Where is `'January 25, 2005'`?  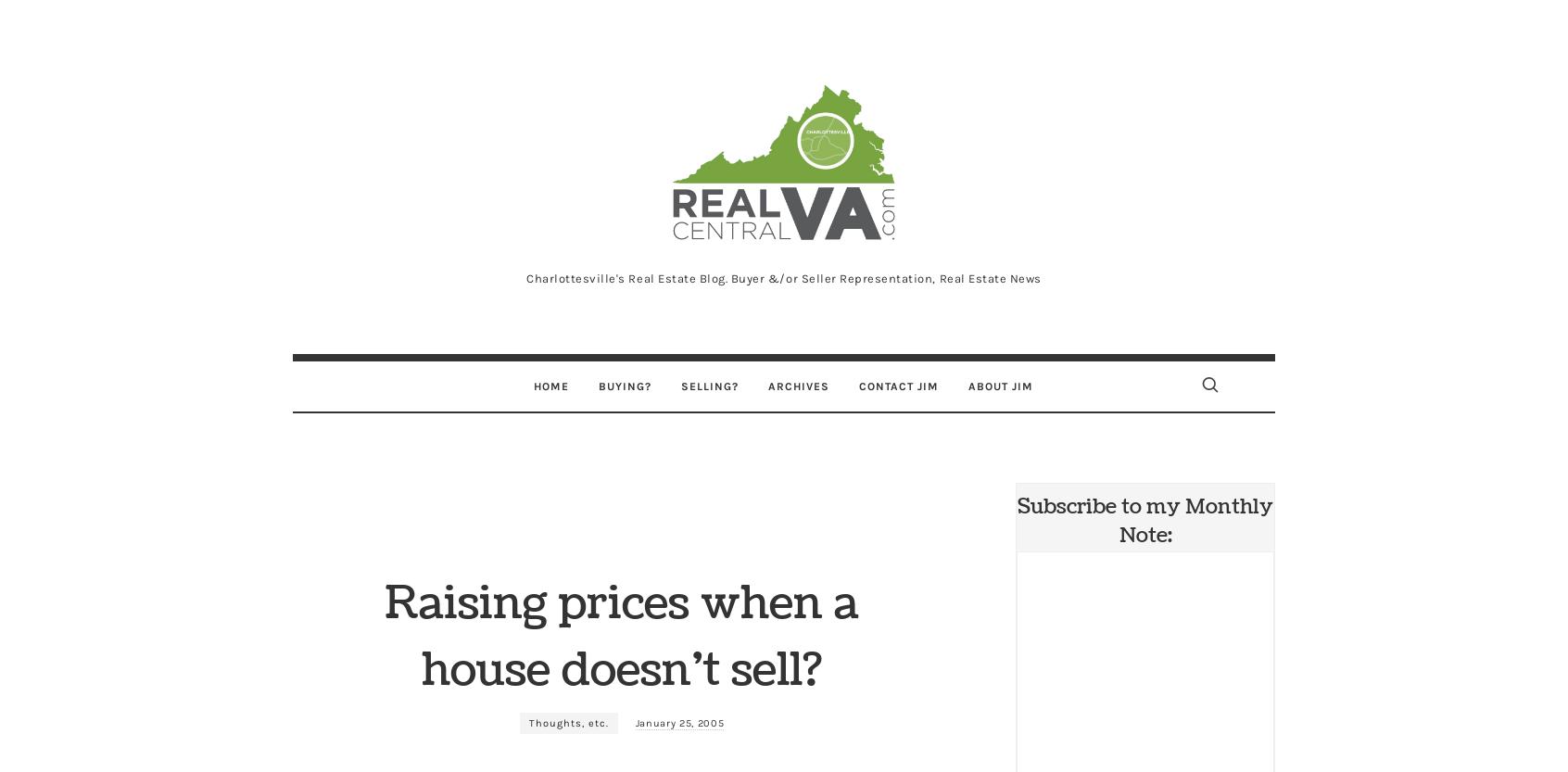
'January 25, 2005' is located at coordinates (677, 722).